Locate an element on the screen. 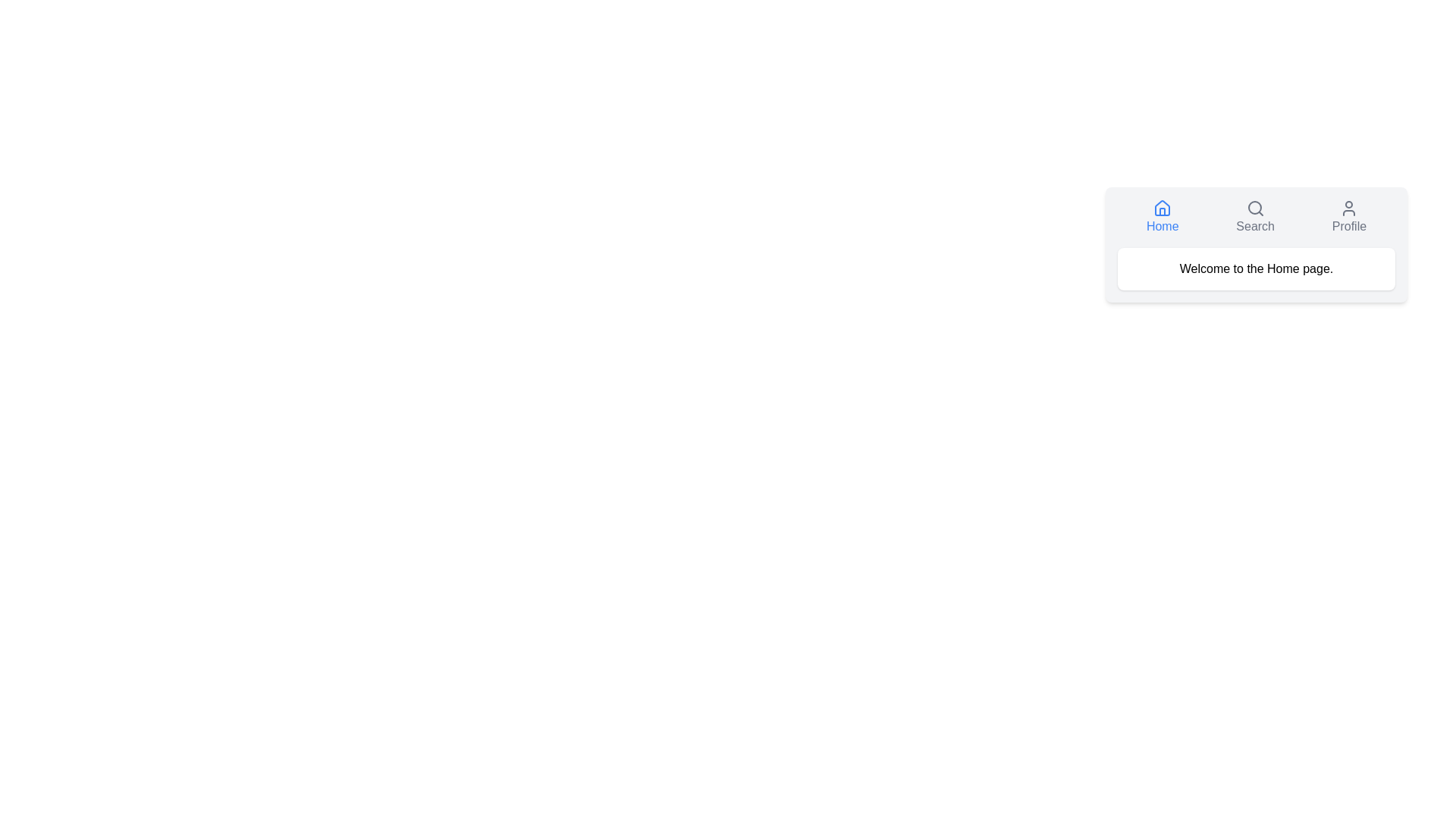  the 'Search' text label, which is displayed in gray color and located directly under the magnifying glass icon in the navigation bar is located at coordinates (1255, 227).